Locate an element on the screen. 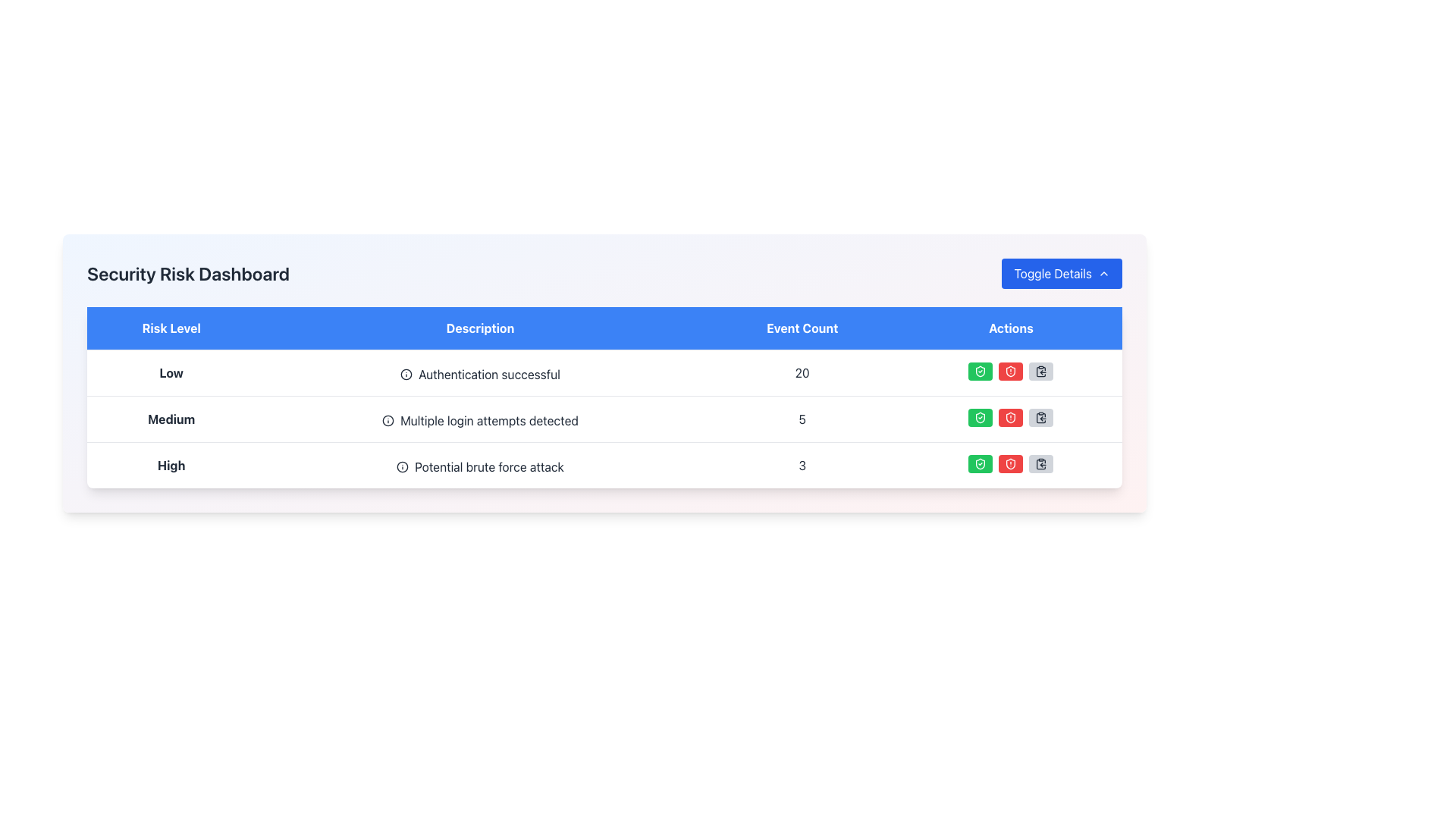 This screenshot has height=819, width=1456. the alert icon button located in the 'Actions' column of the 'High' risk row in the 'Security Risk Dashboard' is located at coordinates (1011, 371).